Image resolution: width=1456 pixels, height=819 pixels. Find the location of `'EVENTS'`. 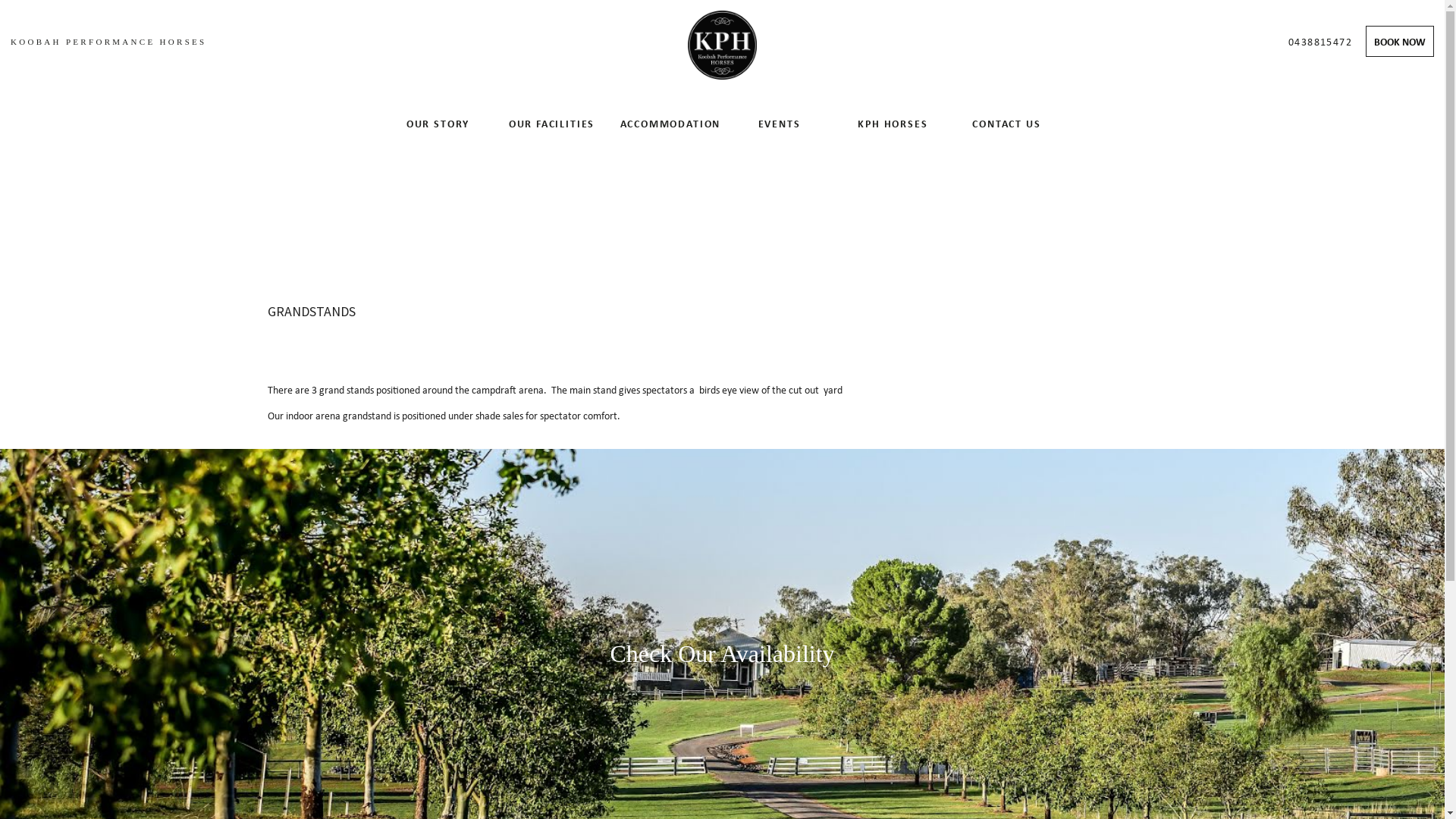

'EVENTS' is located at coordinates (720, 122).